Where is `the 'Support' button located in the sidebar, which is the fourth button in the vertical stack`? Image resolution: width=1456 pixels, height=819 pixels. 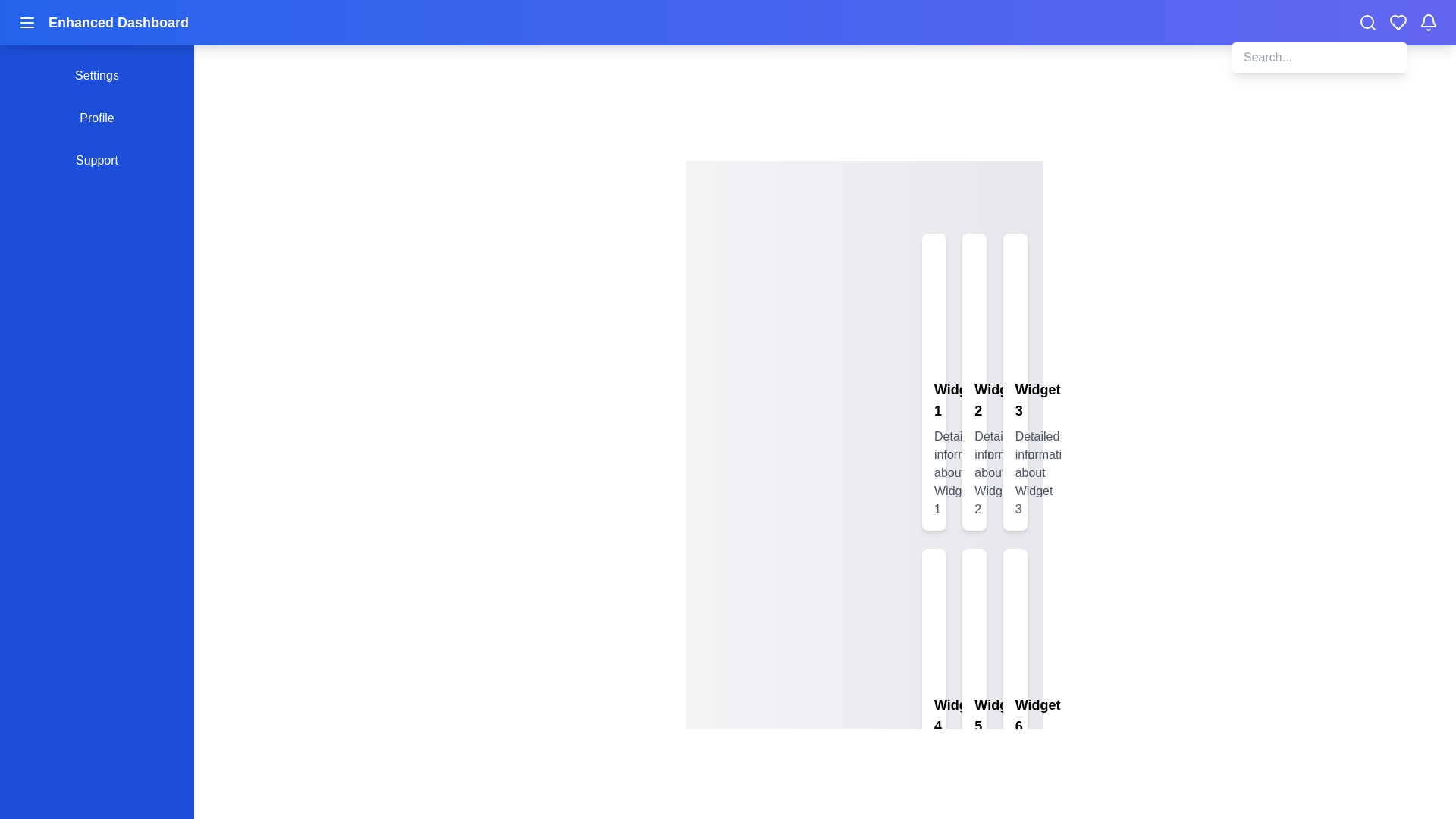
the 'Support' button located in the sidebar, which is the fourth button in the vertical stack is located at coordinates (96, 161).